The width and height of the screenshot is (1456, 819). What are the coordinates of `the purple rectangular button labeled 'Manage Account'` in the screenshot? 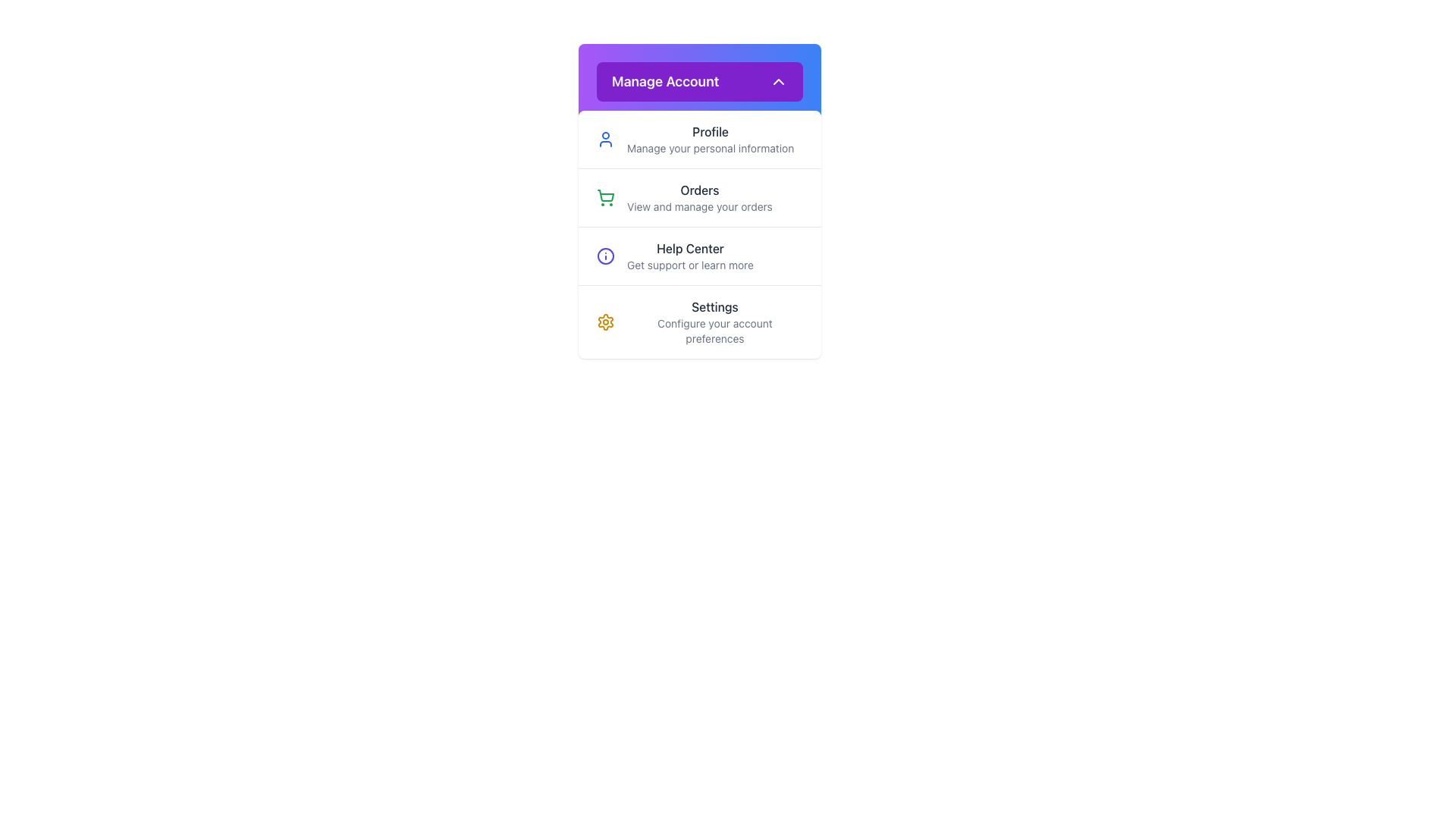 It's located at (698, 82).